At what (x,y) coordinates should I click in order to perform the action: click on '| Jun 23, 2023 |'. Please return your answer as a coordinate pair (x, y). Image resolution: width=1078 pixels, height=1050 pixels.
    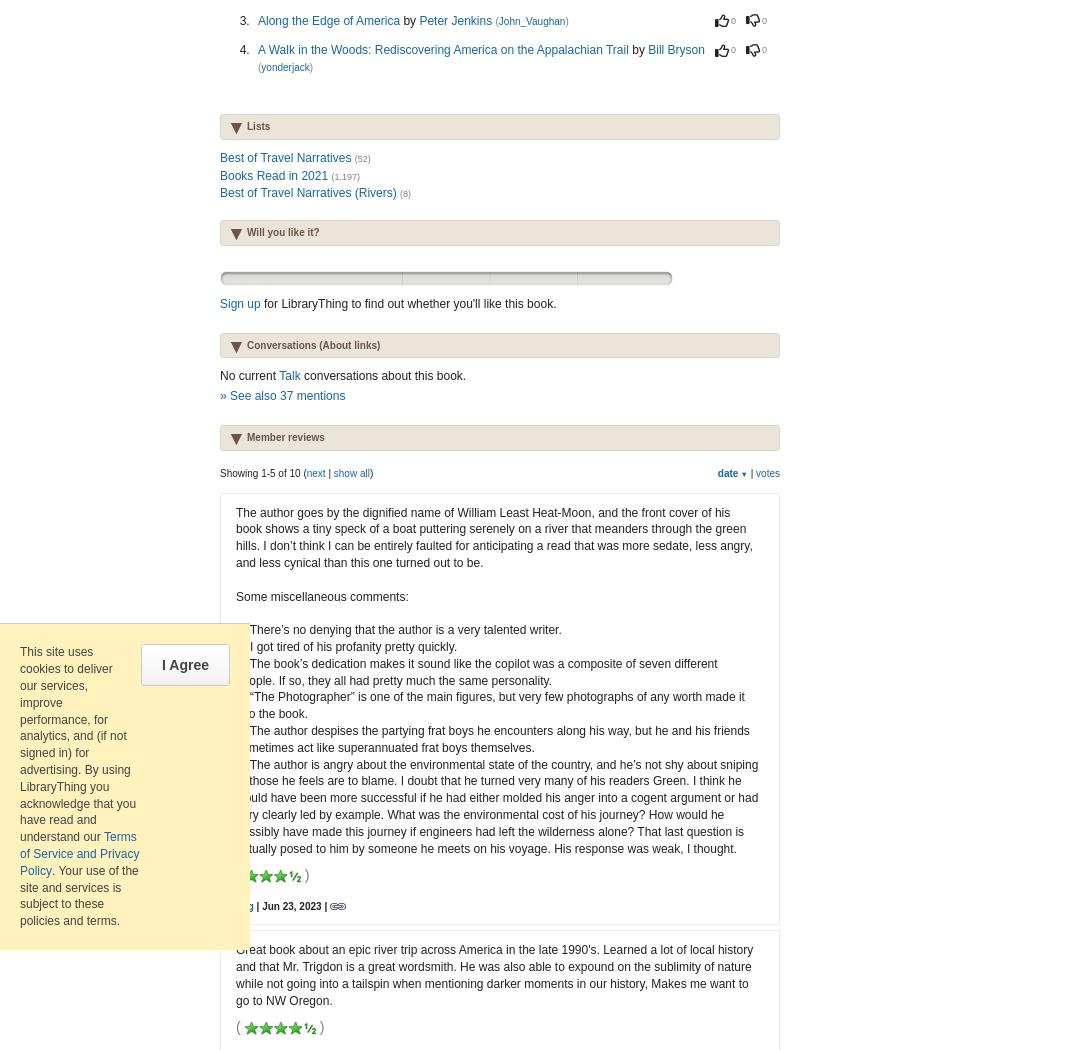
    Looking at the image, I should click on (290, 906).